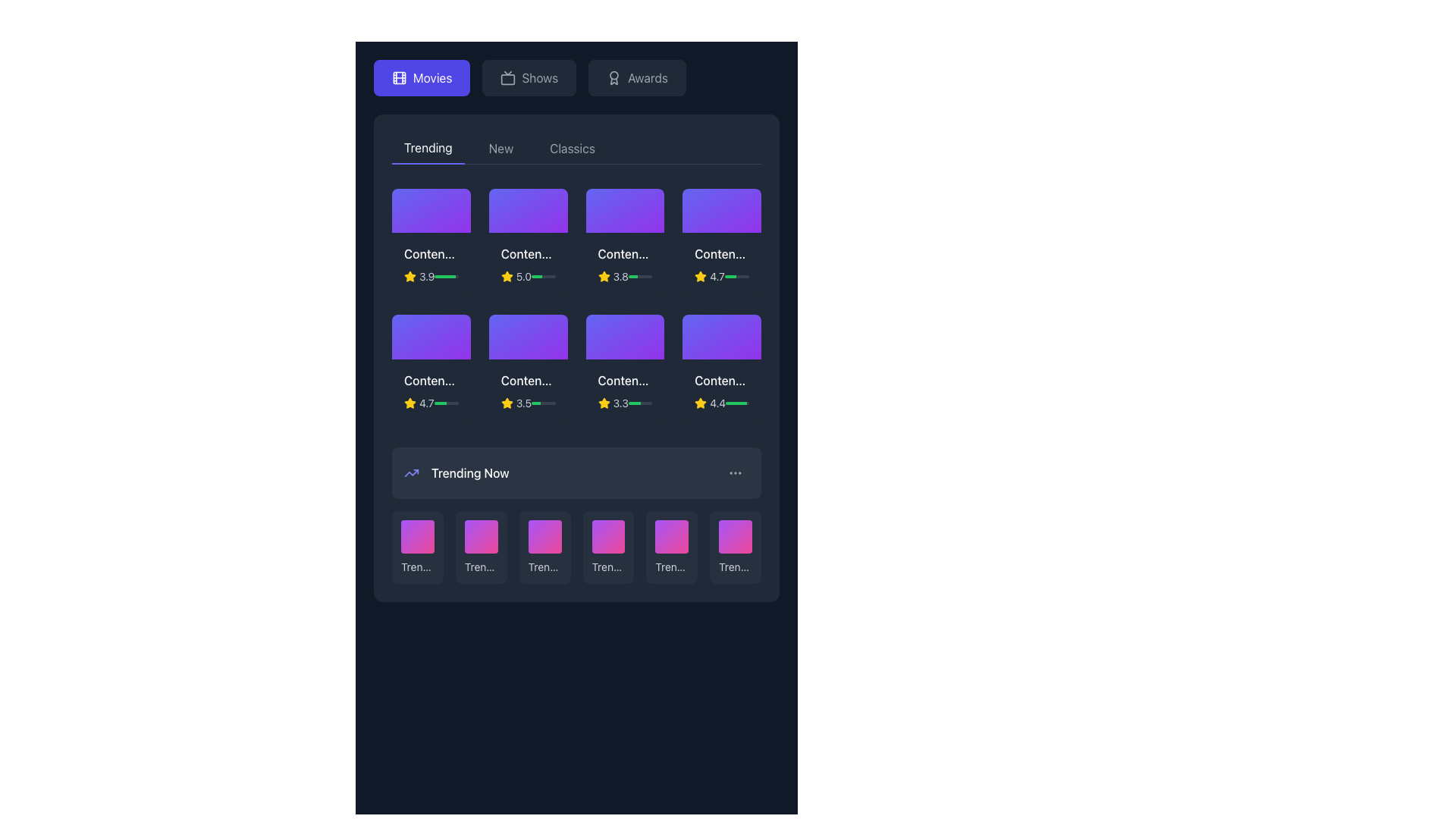  What do you see at coordinates (528, 242) in the screenshot?
I see `the second content card tile in the top row of the 'Trending' section in the 'Movies' interface` at bounding box center [528, 242].